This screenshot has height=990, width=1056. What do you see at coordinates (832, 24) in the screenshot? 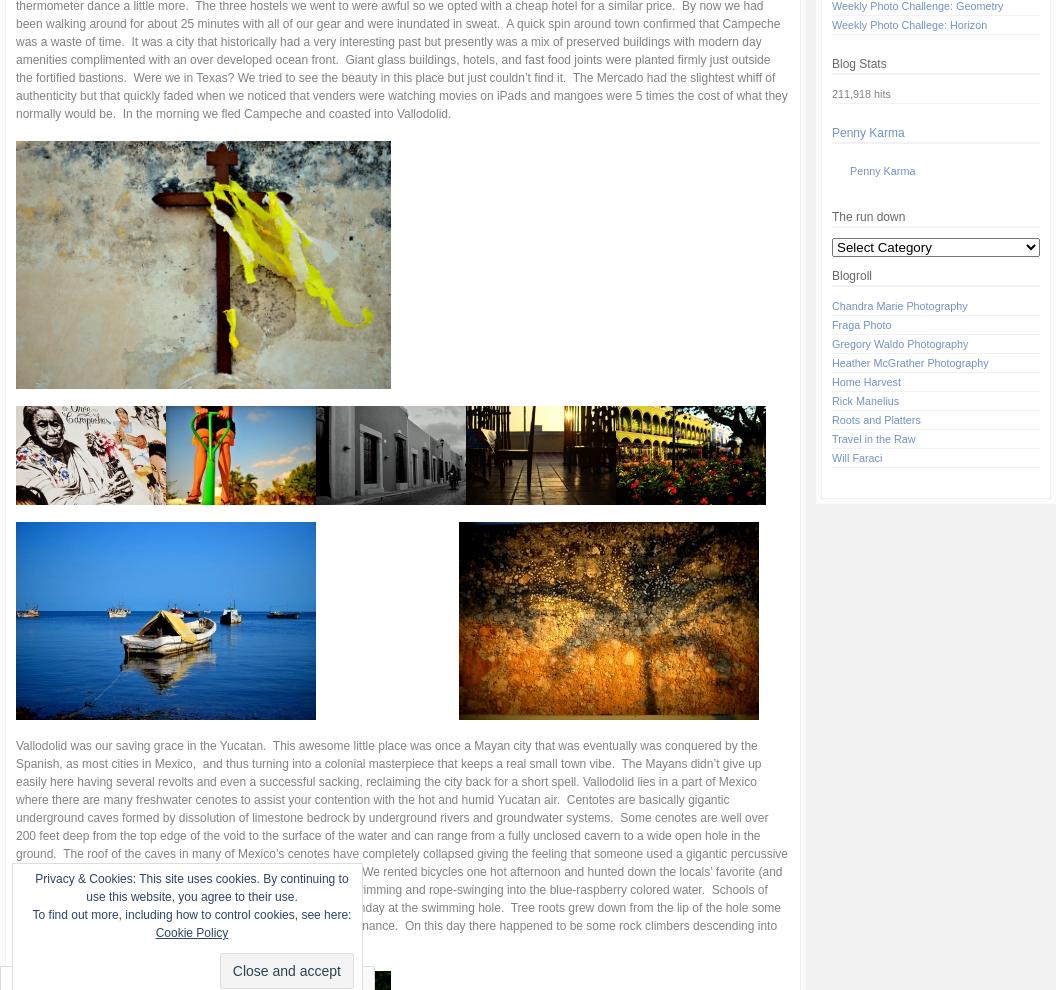
I see `'Weekly Photo Challege: Horizon'` at bounding box center [832, 24].